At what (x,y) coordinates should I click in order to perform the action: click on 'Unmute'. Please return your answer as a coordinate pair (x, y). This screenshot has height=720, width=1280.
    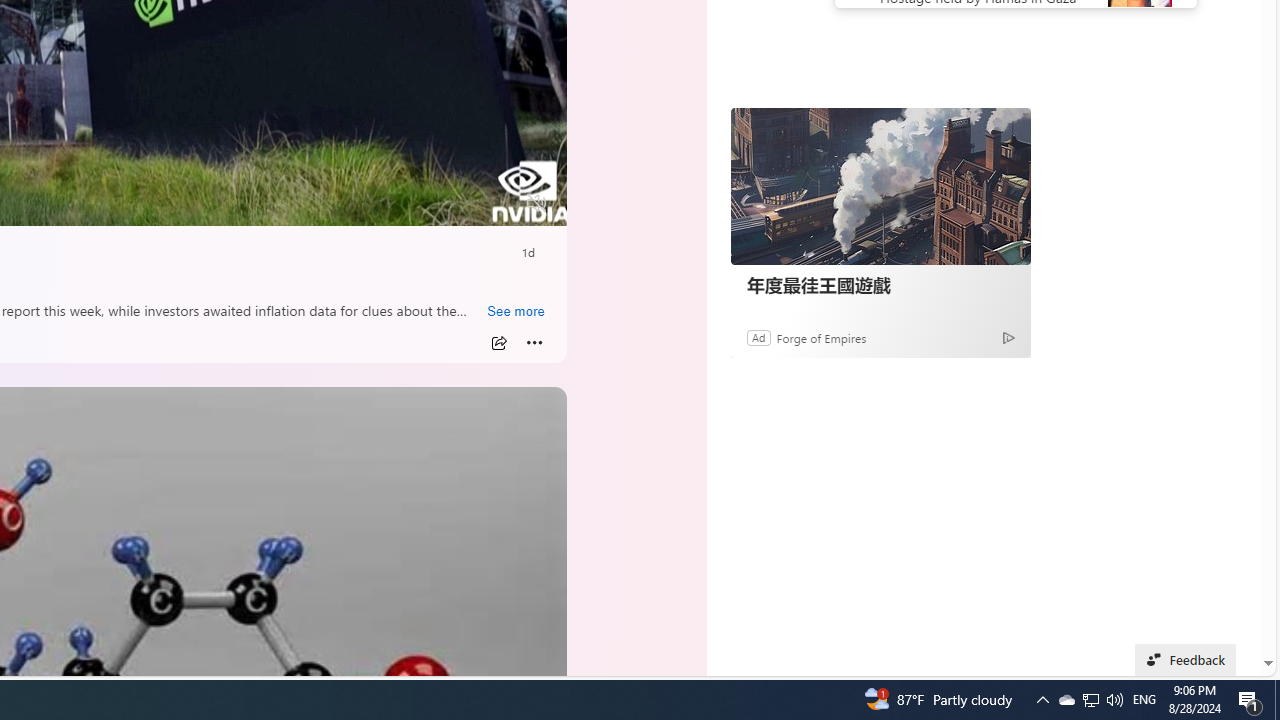
    Looking at the image, I should click on (536, 203).